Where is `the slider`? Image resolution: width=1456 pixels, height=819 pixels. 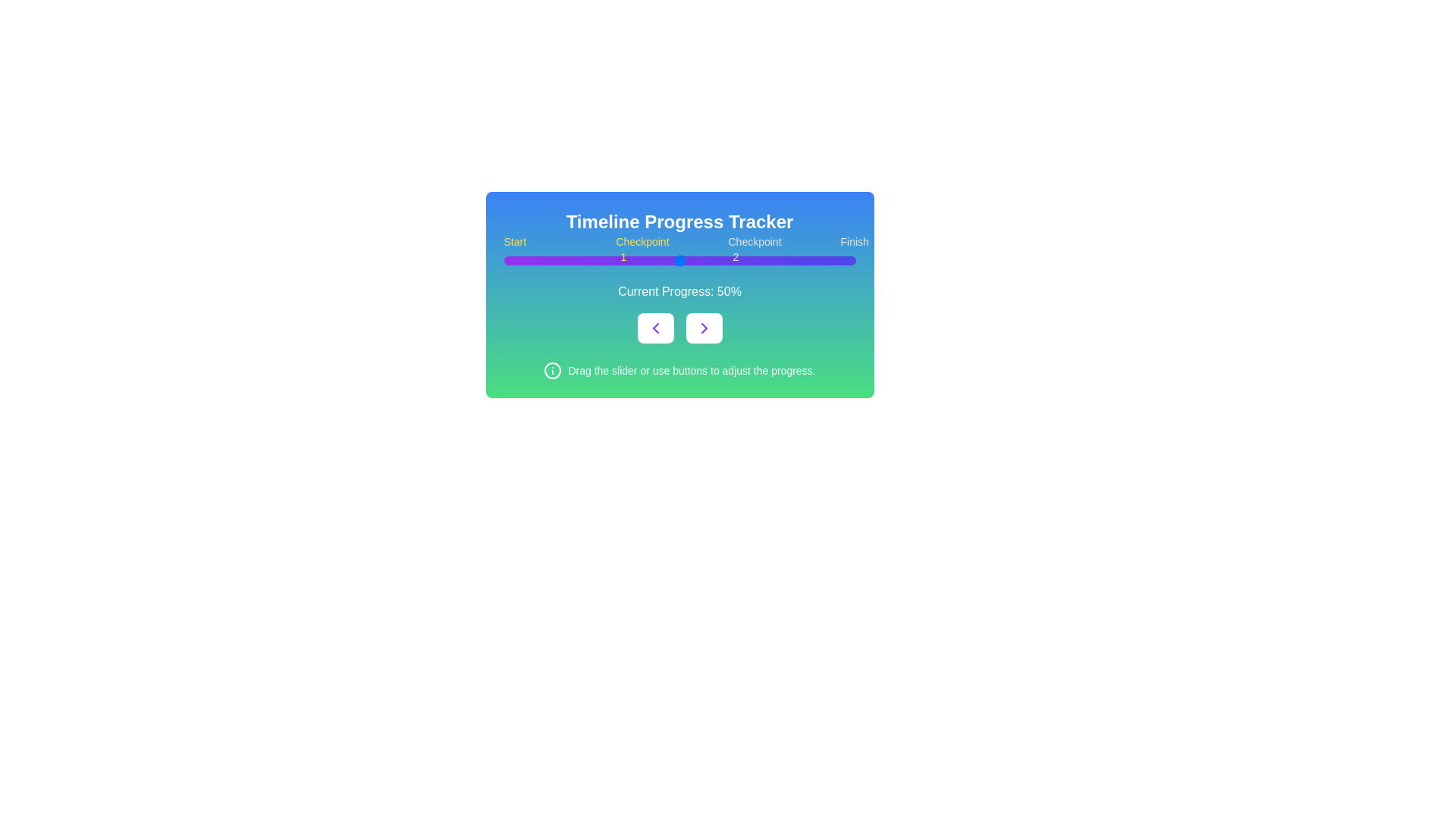 the slider is located at coordinates (686, 259).